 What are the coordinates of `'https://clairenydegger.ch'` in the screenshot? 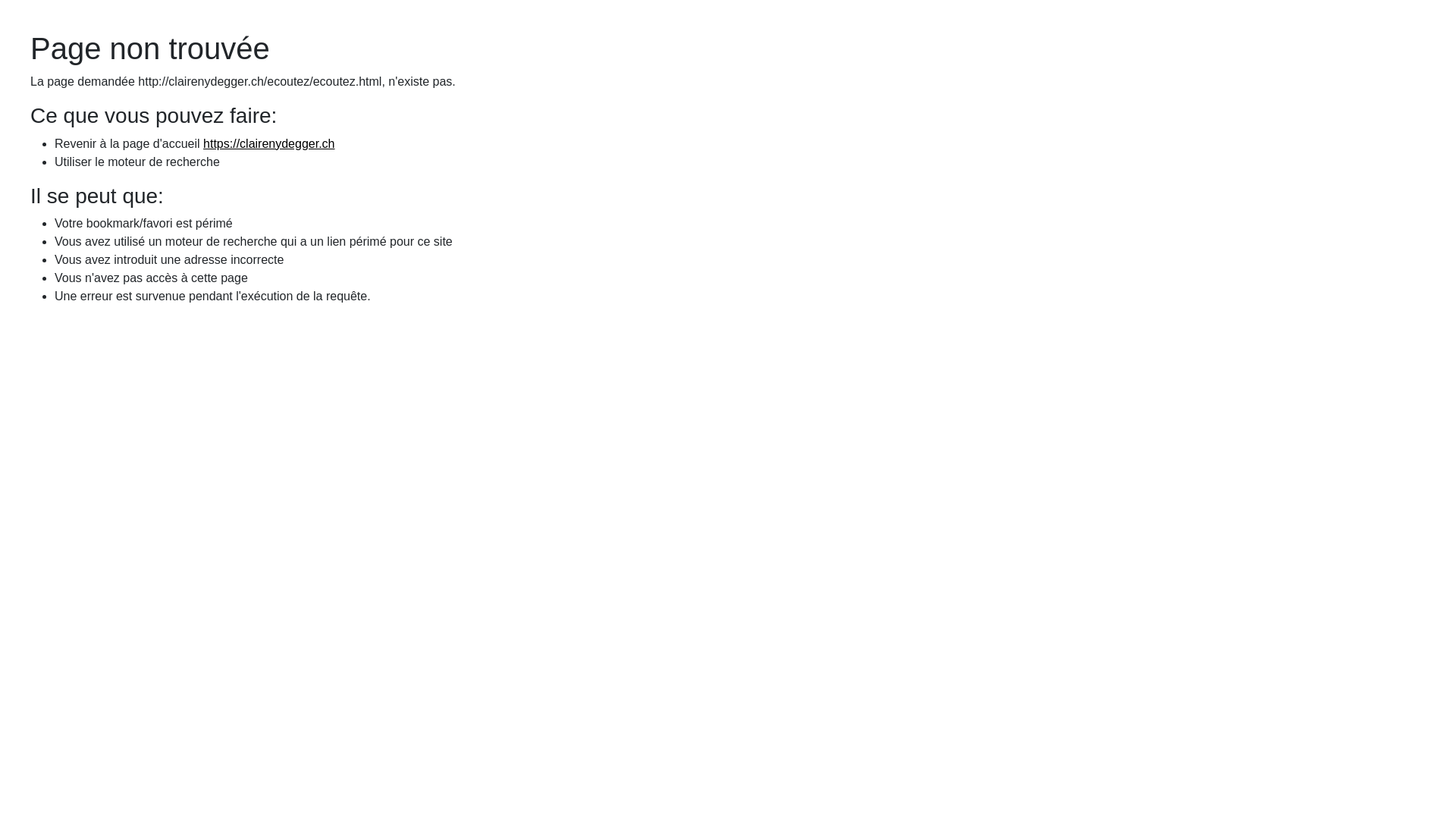 It's located at (202, 143).